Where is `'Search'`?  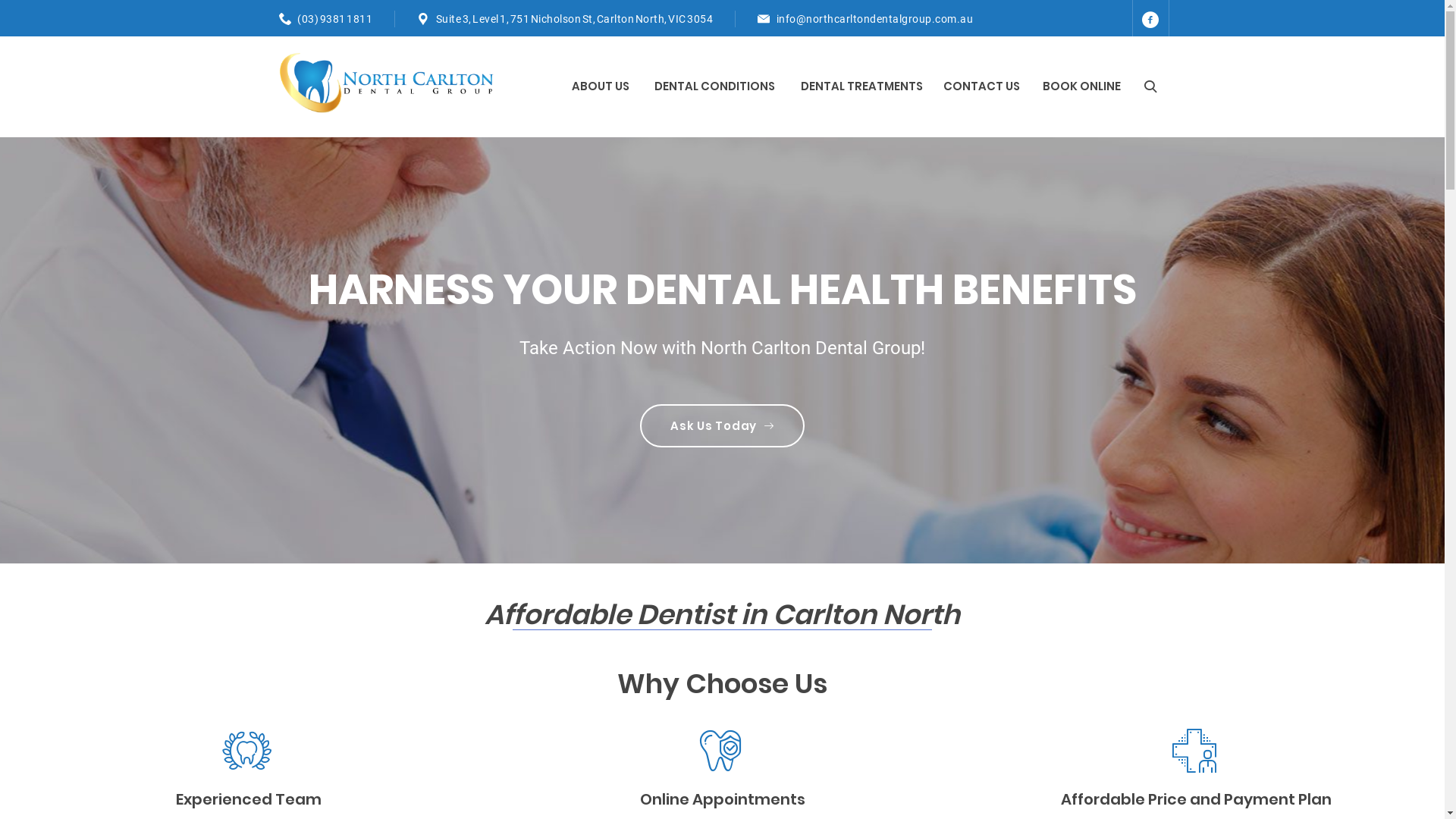
'Search' is located at coordinates (1134, 86).